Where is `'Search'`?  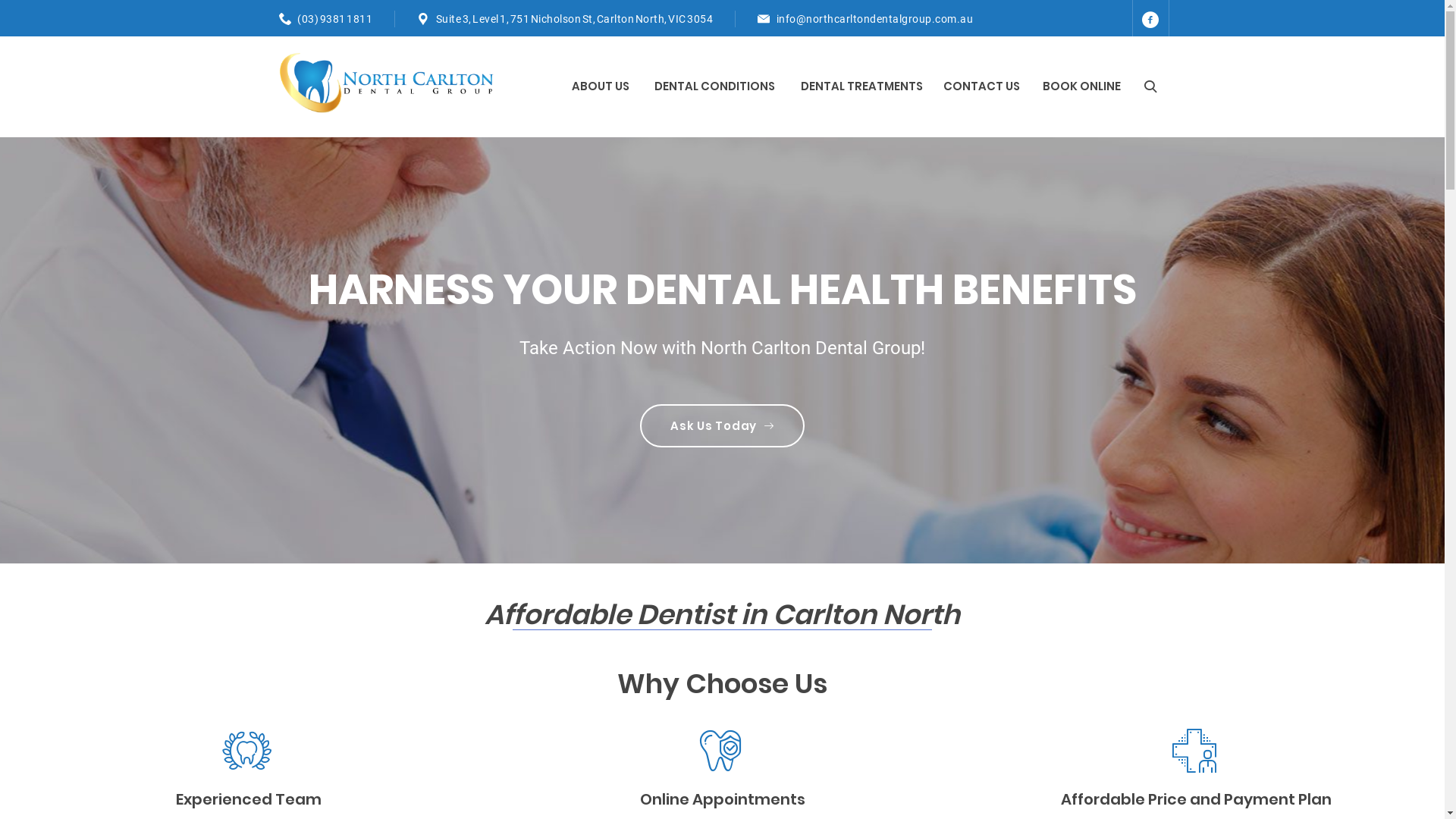
'Search' is located at coordinates (1134, 86).